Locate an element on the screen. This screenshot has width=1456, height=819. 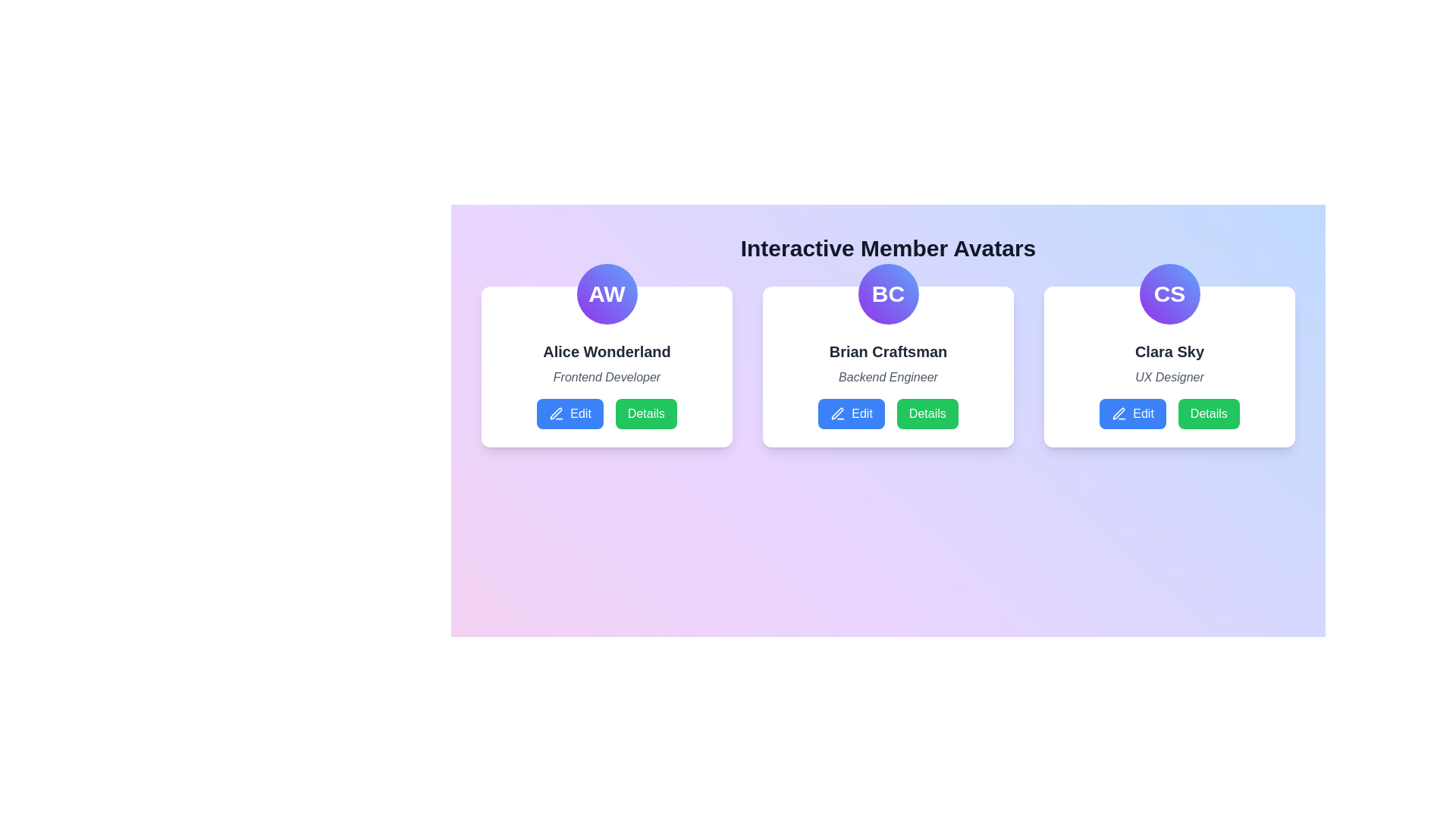
the blue 'Edit' button with a white pen icon to initiate an edit action is located at coordinates (570, 414).